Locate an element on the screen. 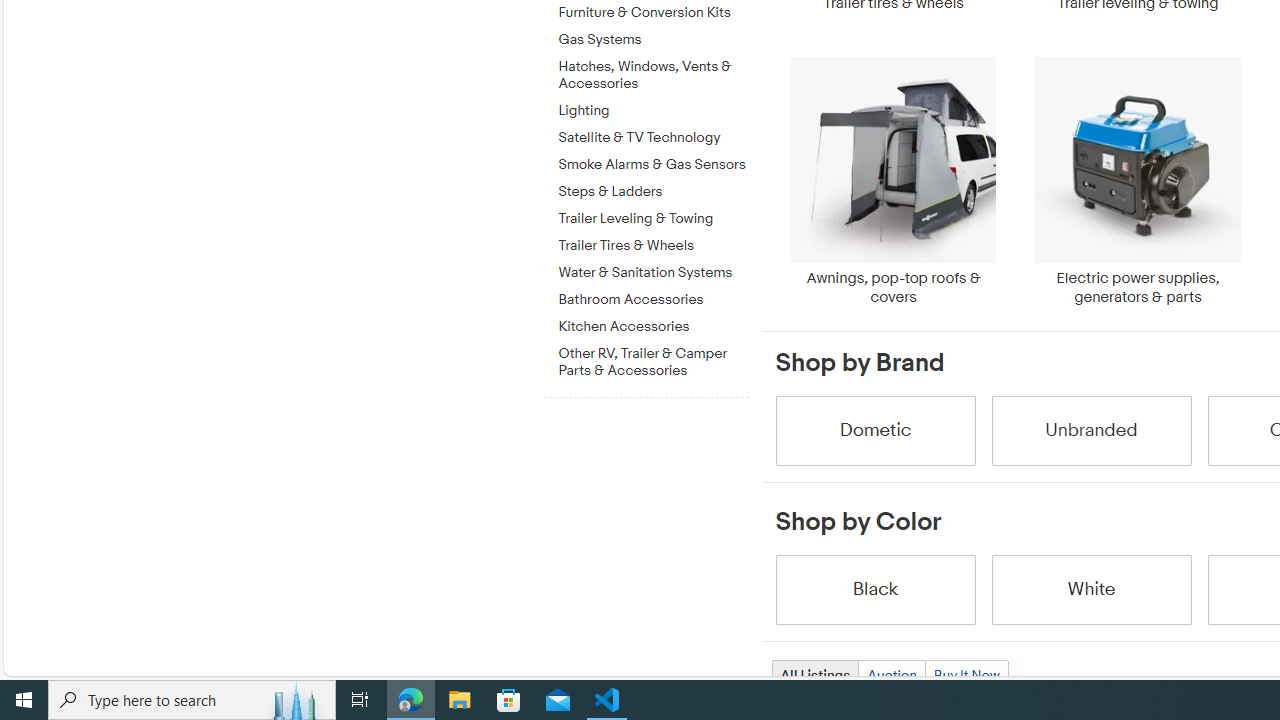 The height and width of the screenshot is (720, 1280). 'Satellite & TV Technology' is located at coordinates (653, 134).